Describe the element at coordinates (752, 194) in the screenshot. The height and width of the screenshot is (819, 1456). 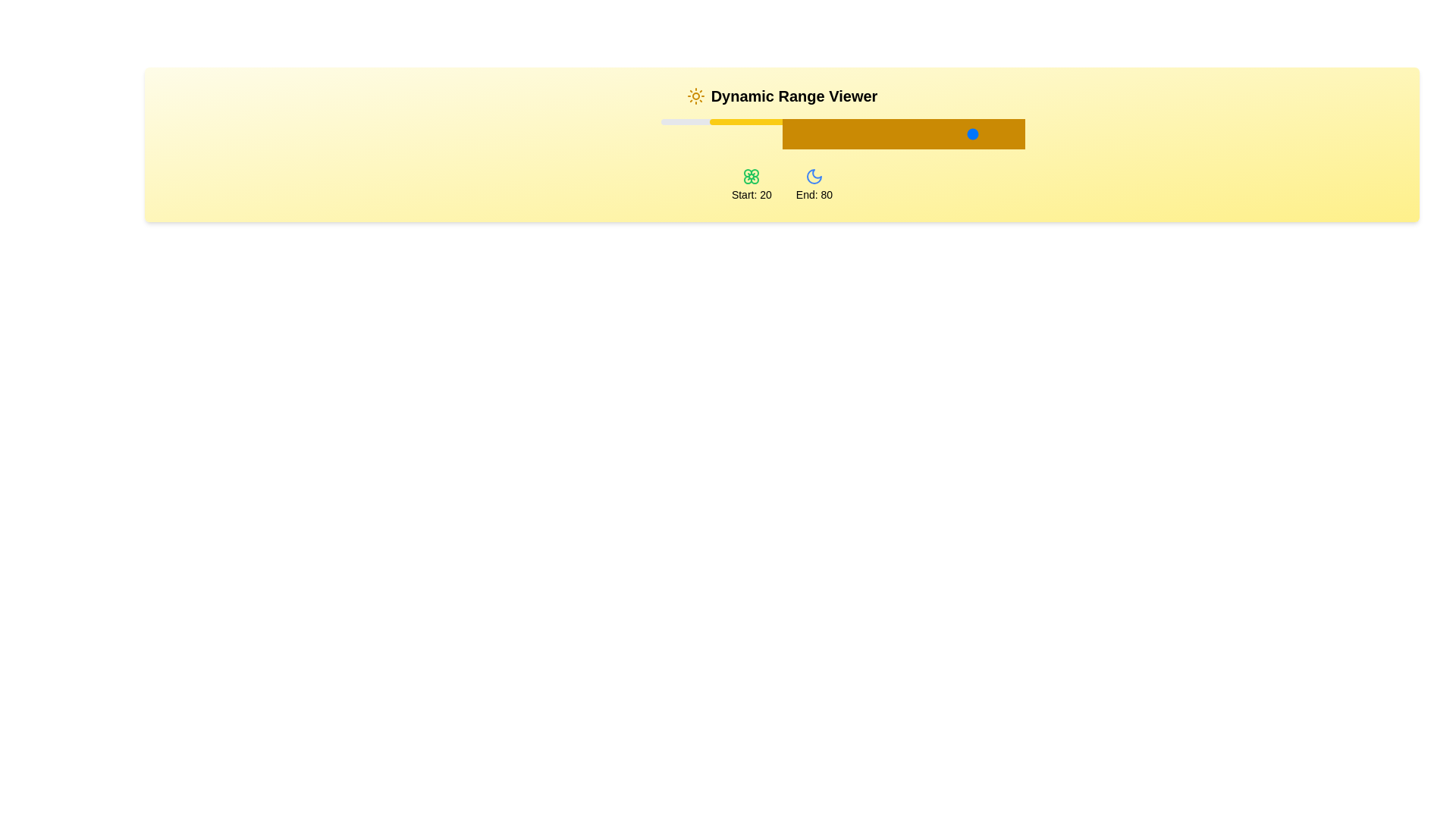
I see `the text label displaying 'Start: 20', which is styled with a light color on a yellow background and located below a flower icon` at that location.